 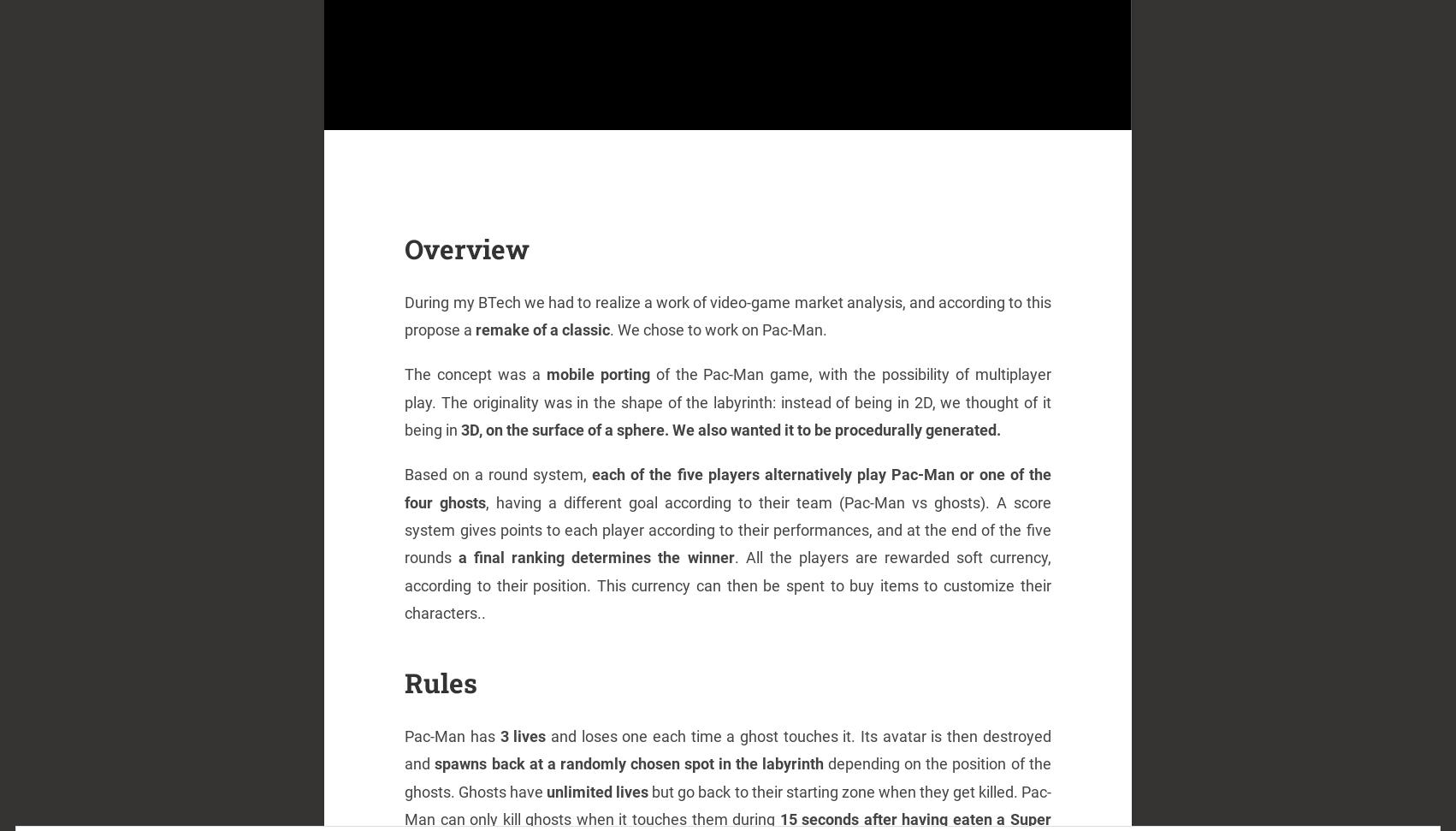 I want to click on 'Based on a round system,', so click(x=498, y=474).